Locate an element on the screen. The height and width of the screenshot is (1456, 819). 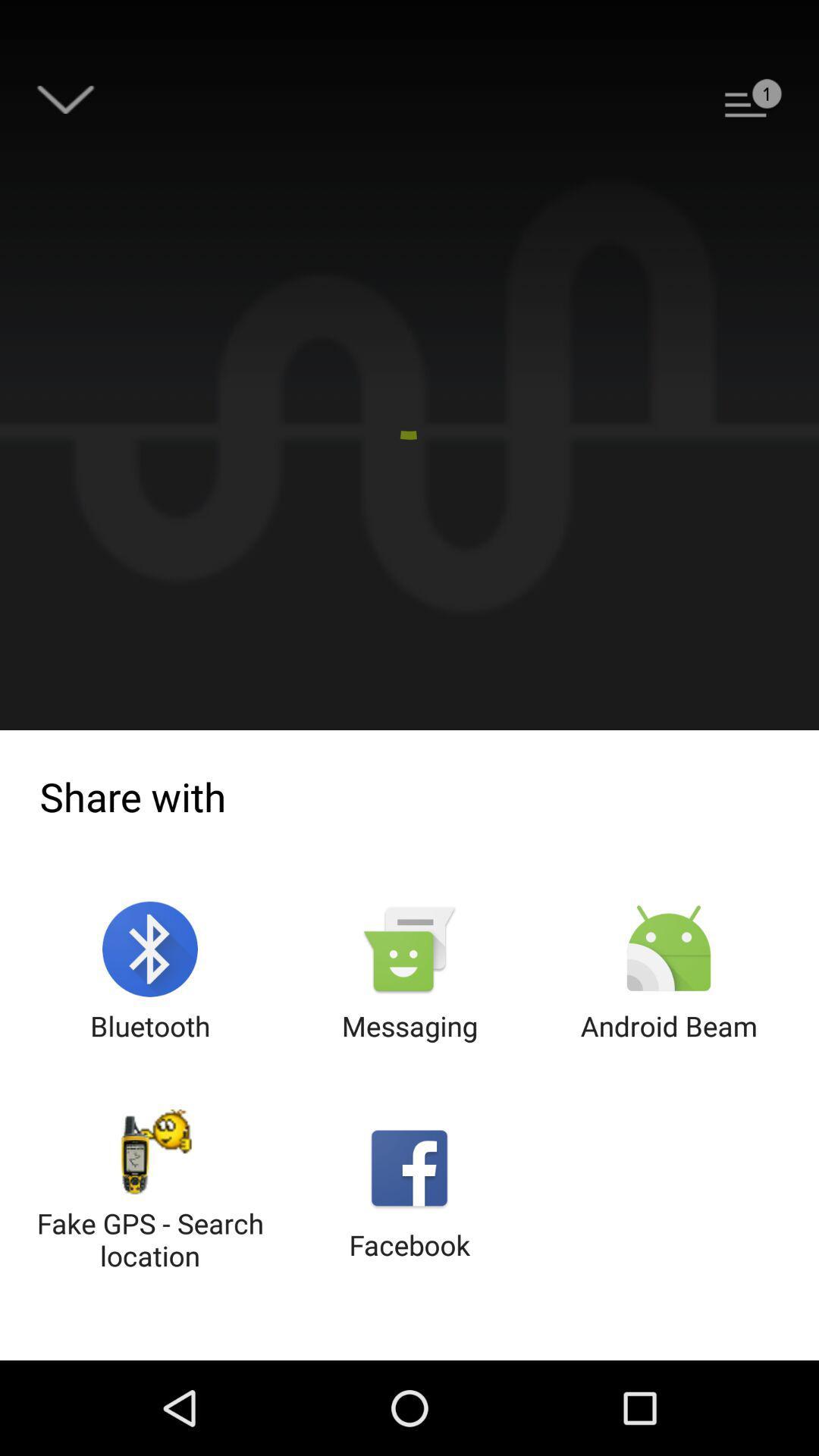
icon next to facebook is located at coordinates (150, 1191).